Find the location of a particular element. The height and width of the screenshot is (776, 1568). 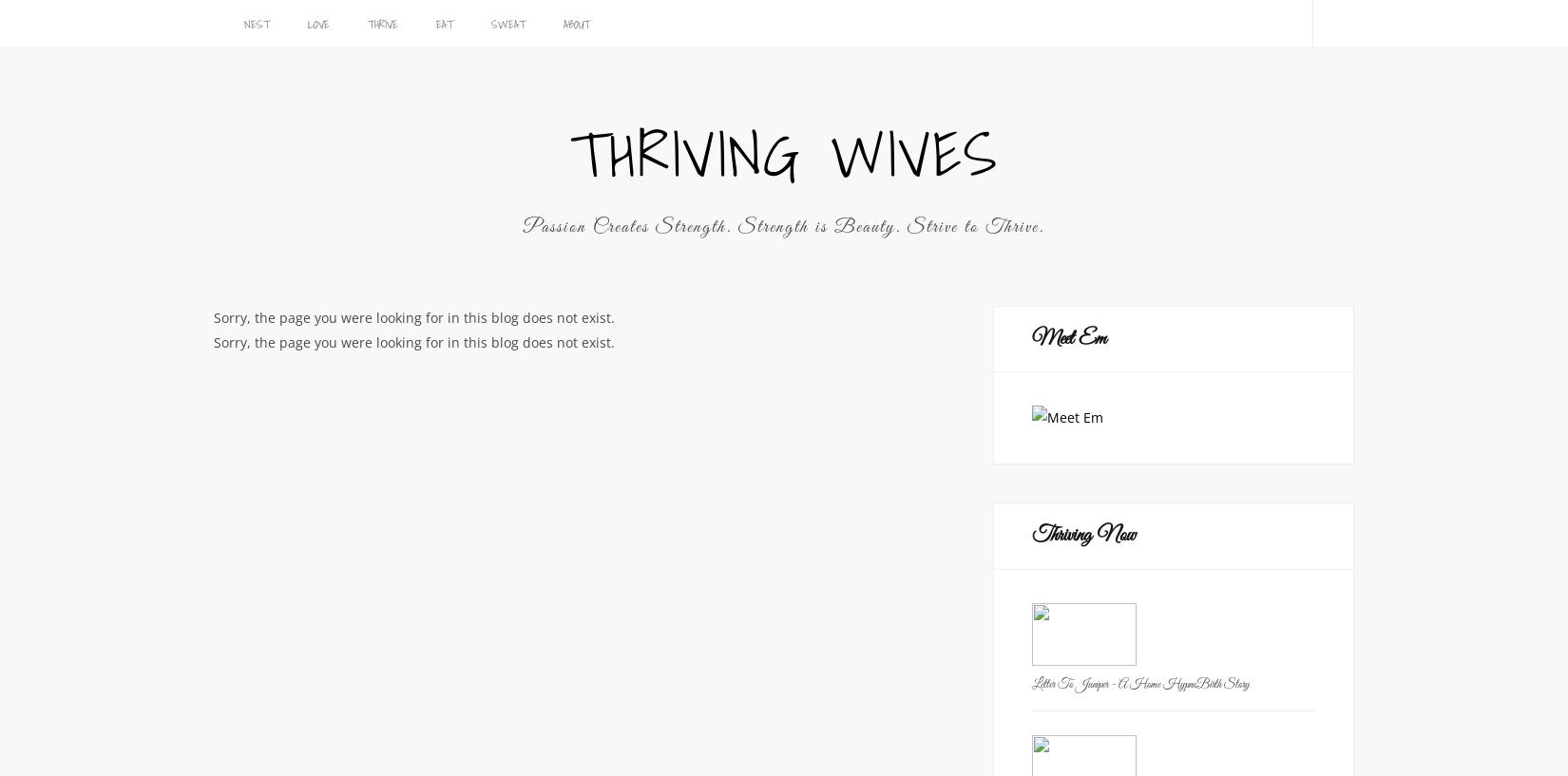

'Self motivating tips and ways to stay in control' is located at coordinates (464, 69).